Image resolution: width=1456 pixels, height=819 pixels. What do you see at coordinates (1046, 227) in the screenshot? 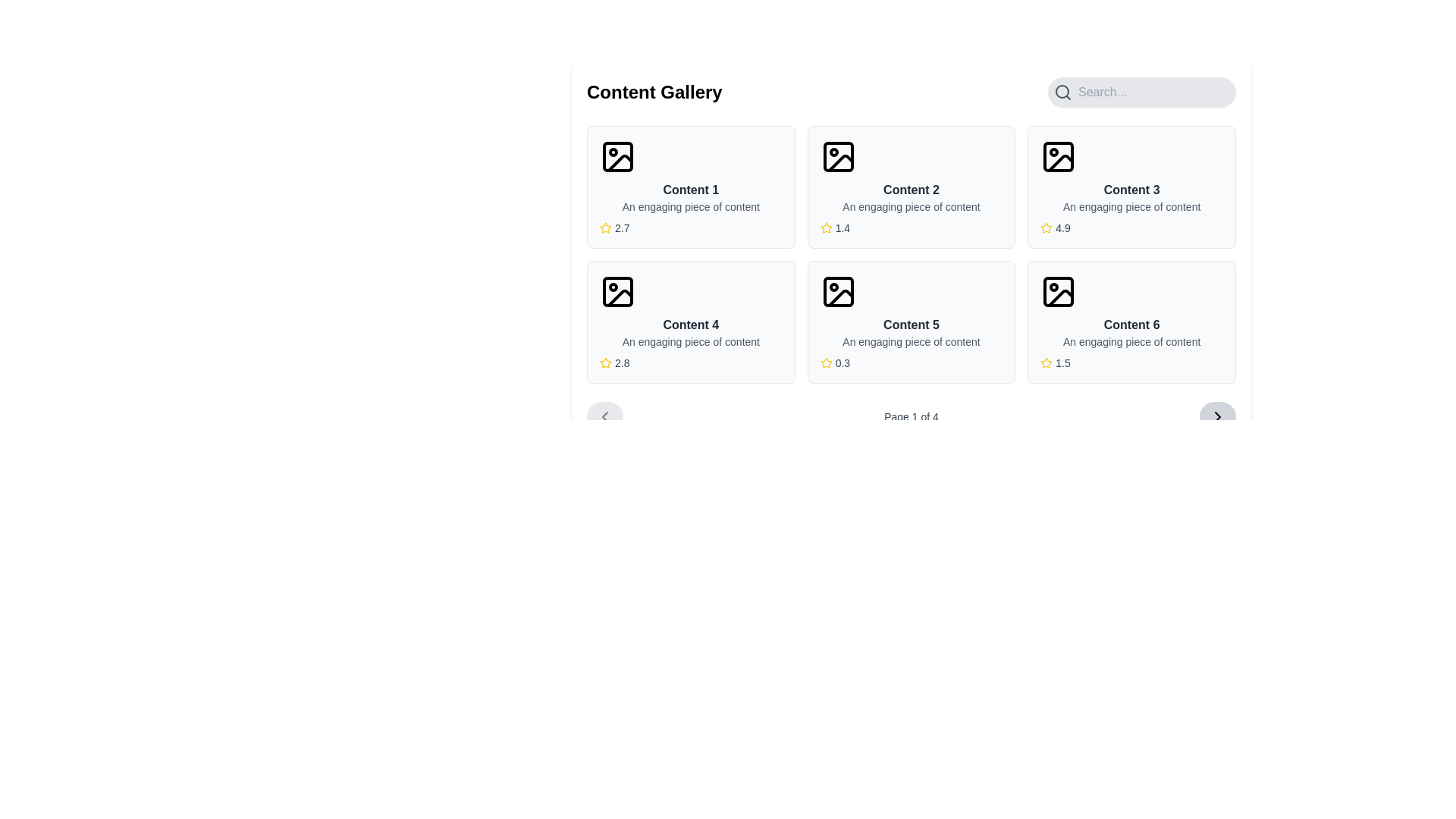
I see `the star-shaped icon with a yellow outline, which is used as a rating symbol and is located closely to the numeric text '4.9' in the content card for 'Content 3'` at bounding box center [1046, 227].